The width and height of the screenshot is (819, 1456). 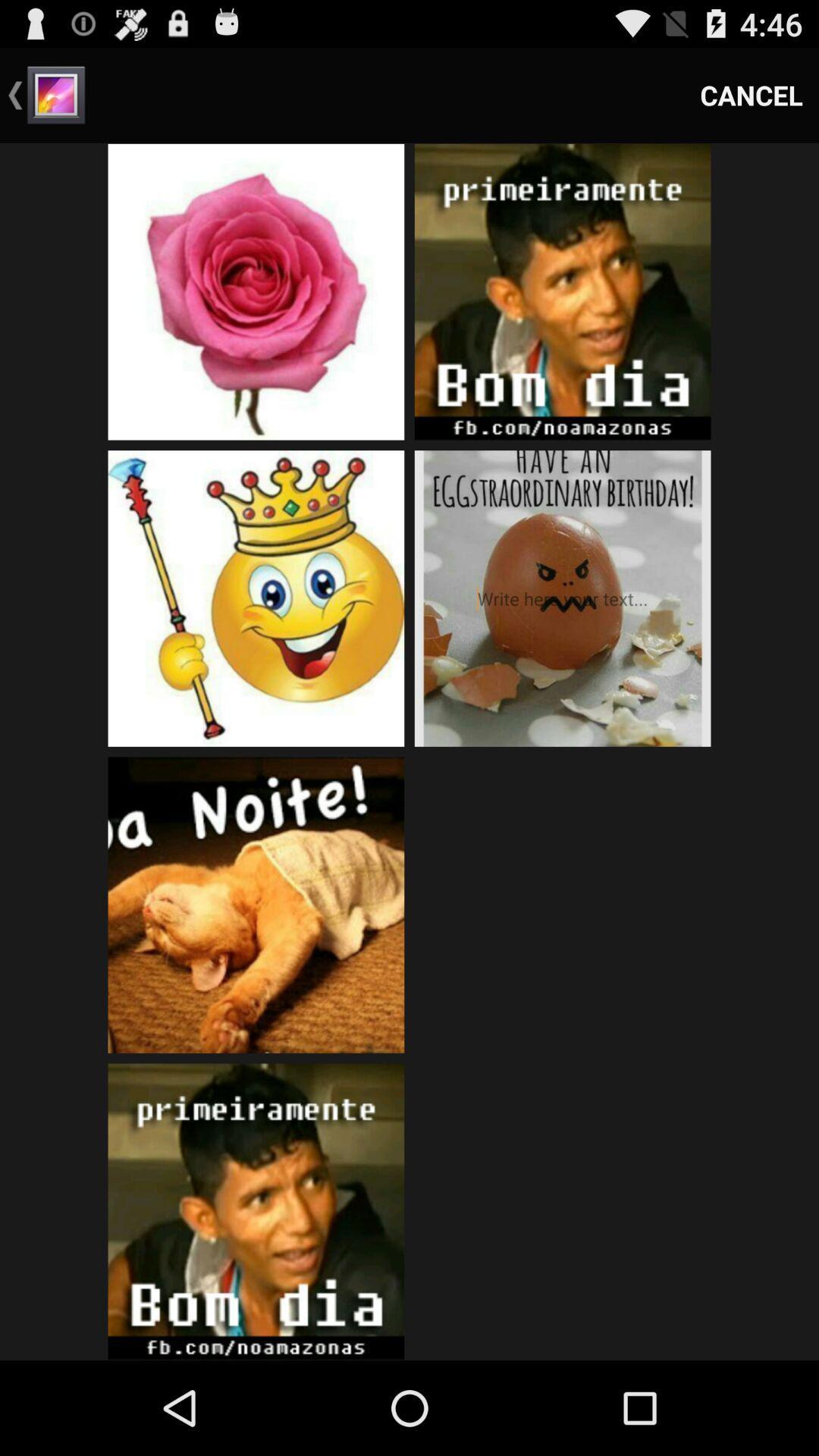 I want to click on the cancel icon, so click(x=752, y=94).